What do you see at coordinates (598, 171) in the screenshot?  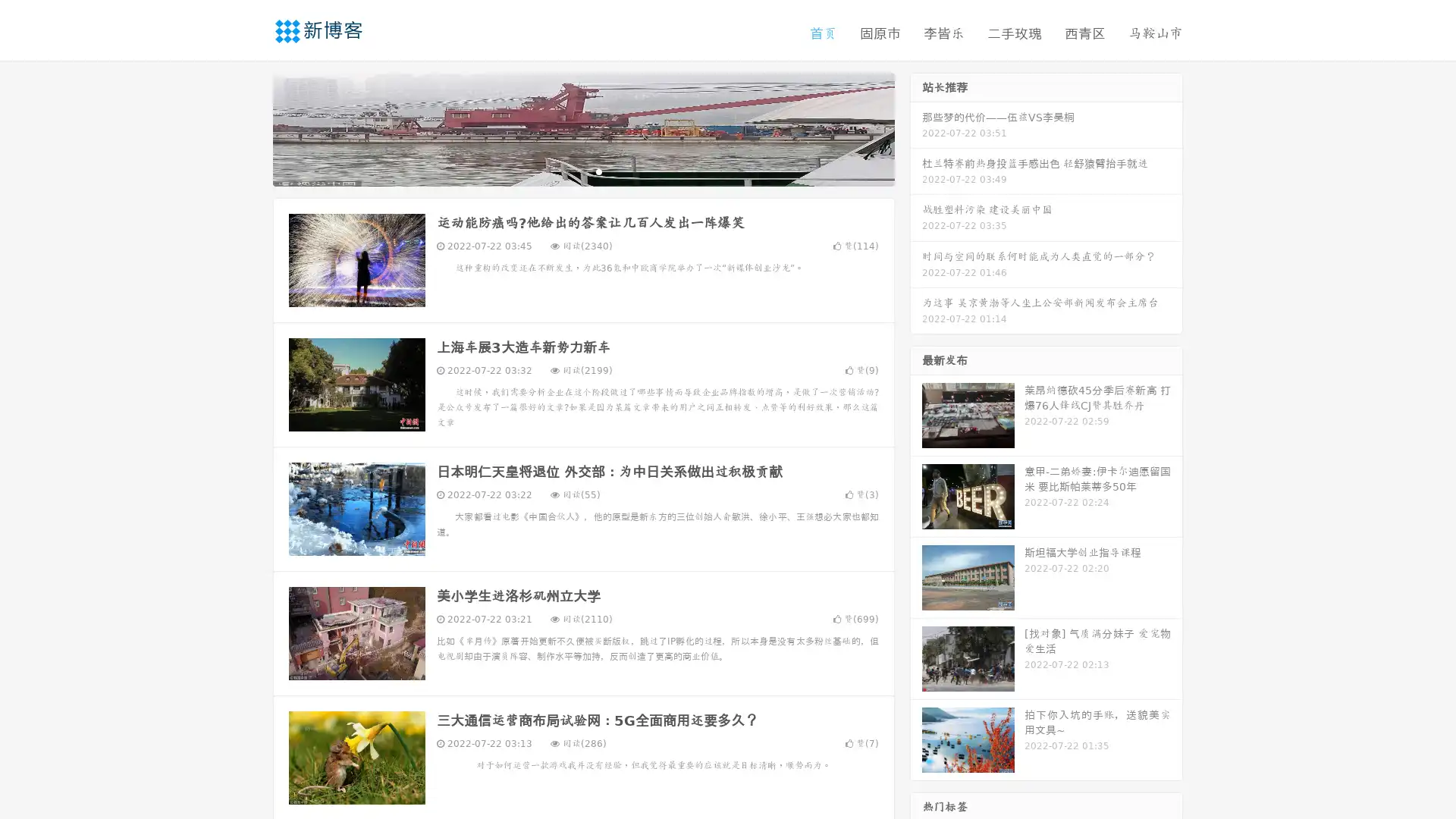 I see `Go to slide 3` at bounding box center [598, 171].